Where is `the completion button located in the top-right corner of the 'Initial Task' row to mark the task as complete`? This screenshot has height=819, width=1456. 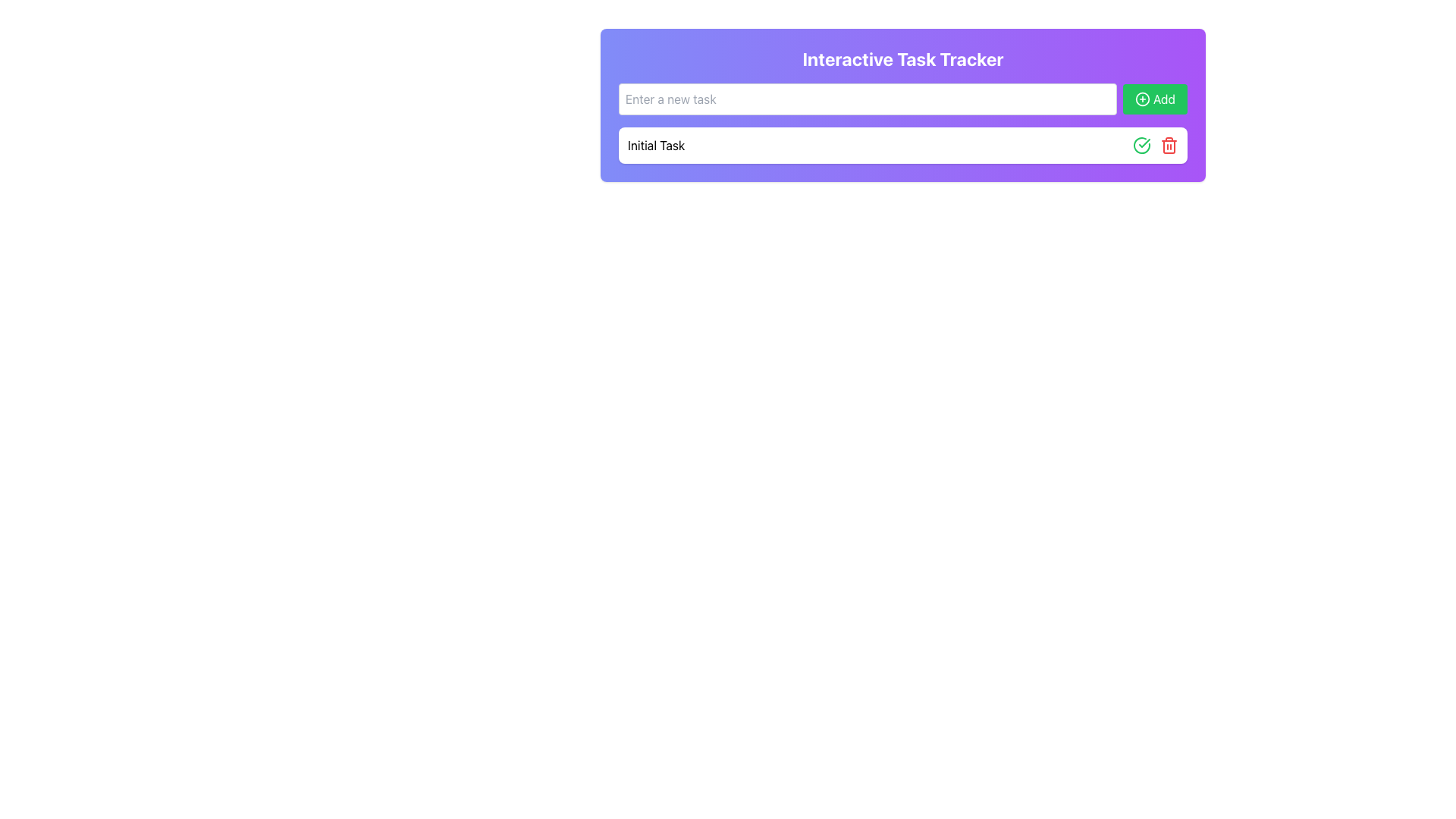
the completion button located in the top-right corner of the 'Initial Task' row to mark the task as complete is located at coordinates (1142, 146).